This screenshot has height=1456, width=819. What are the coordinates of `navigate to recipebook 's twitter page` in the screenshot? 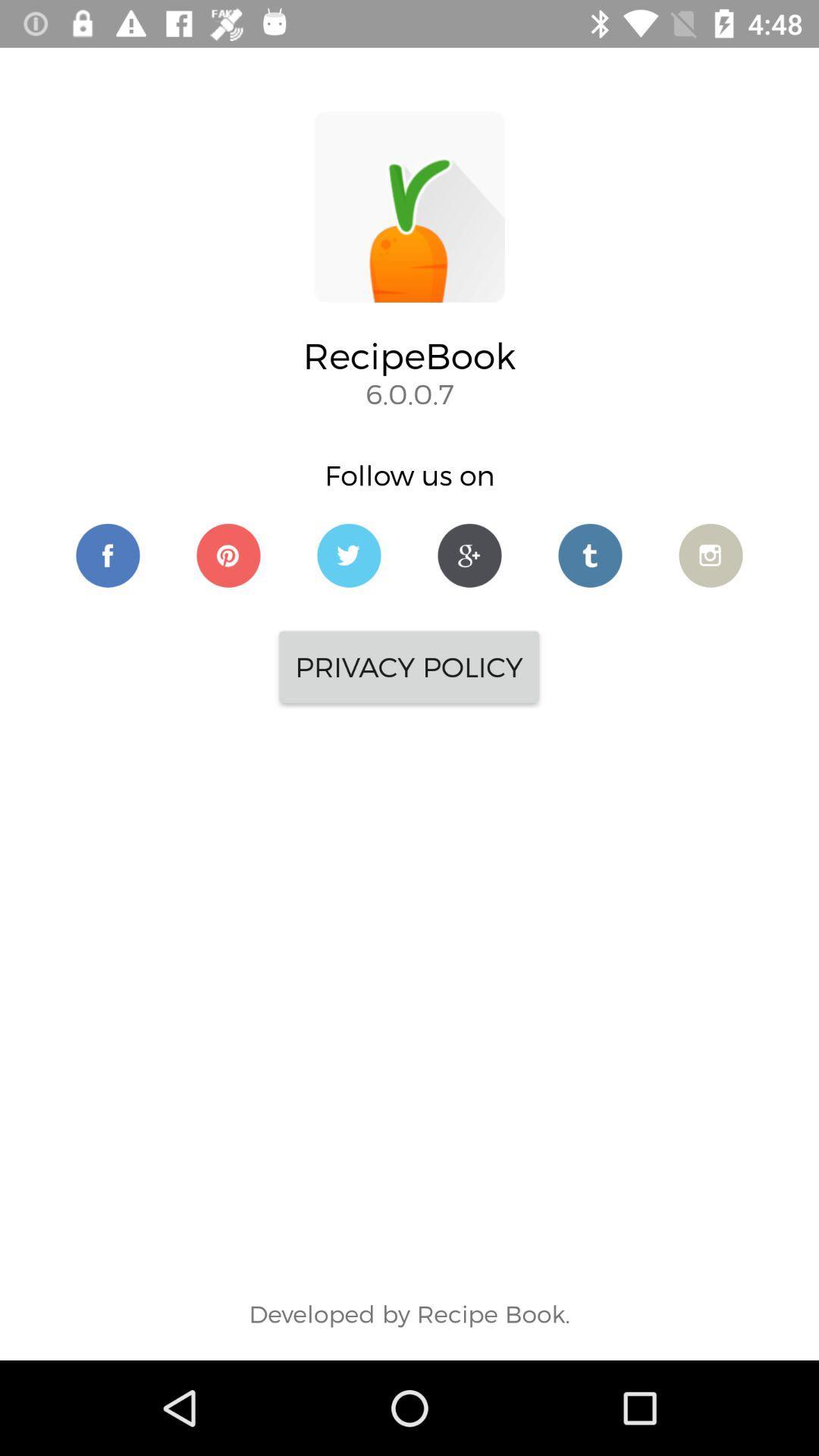 It's located at (349, 554).